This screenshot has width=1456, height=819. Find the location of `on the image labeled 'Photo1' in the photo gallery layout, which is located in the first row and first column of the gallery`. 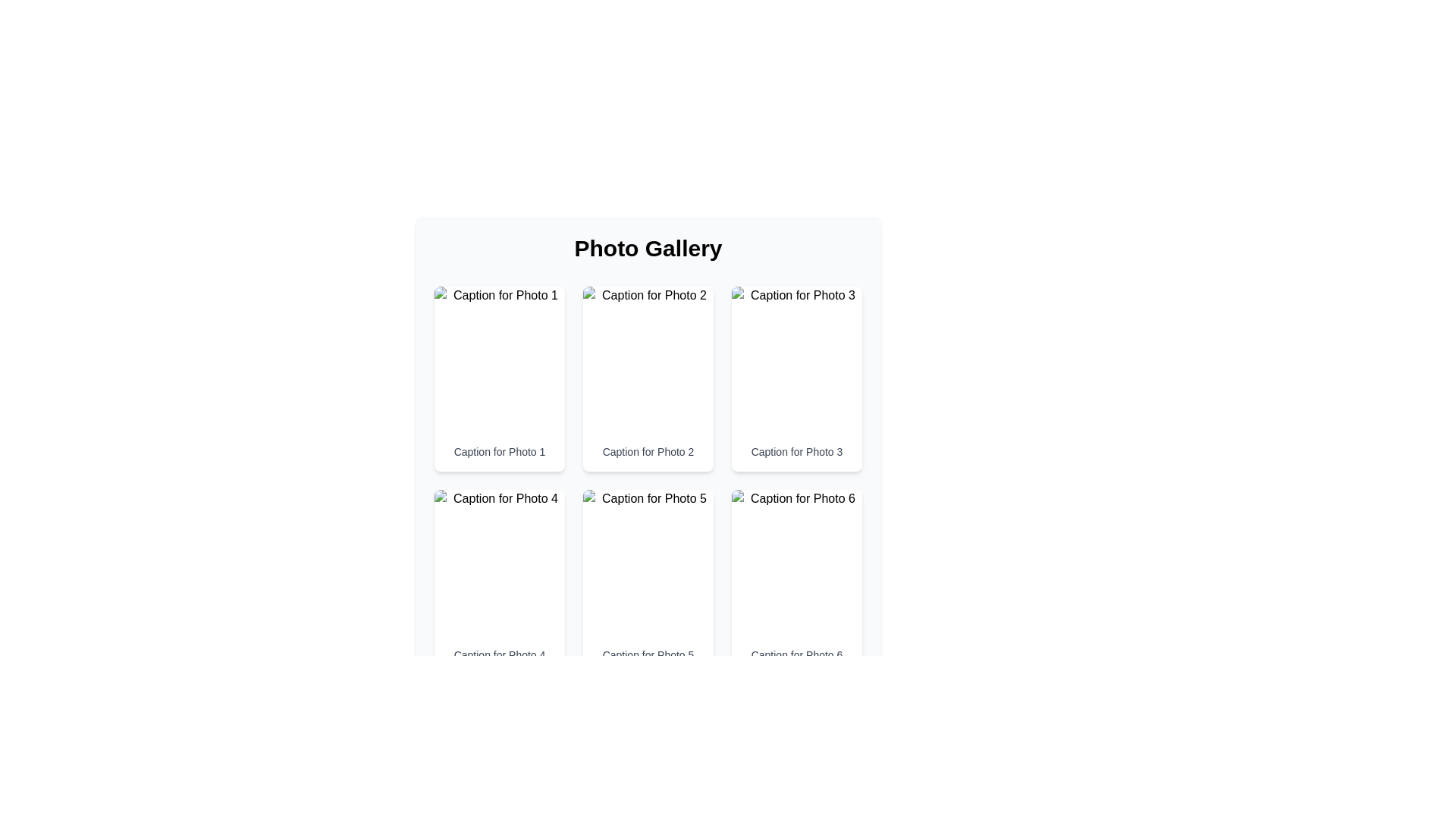

on the image labeled 'Photo1' in the photo gallery layout, which is located in the first row and first column of the gallery is located at coordinates (499, 359).